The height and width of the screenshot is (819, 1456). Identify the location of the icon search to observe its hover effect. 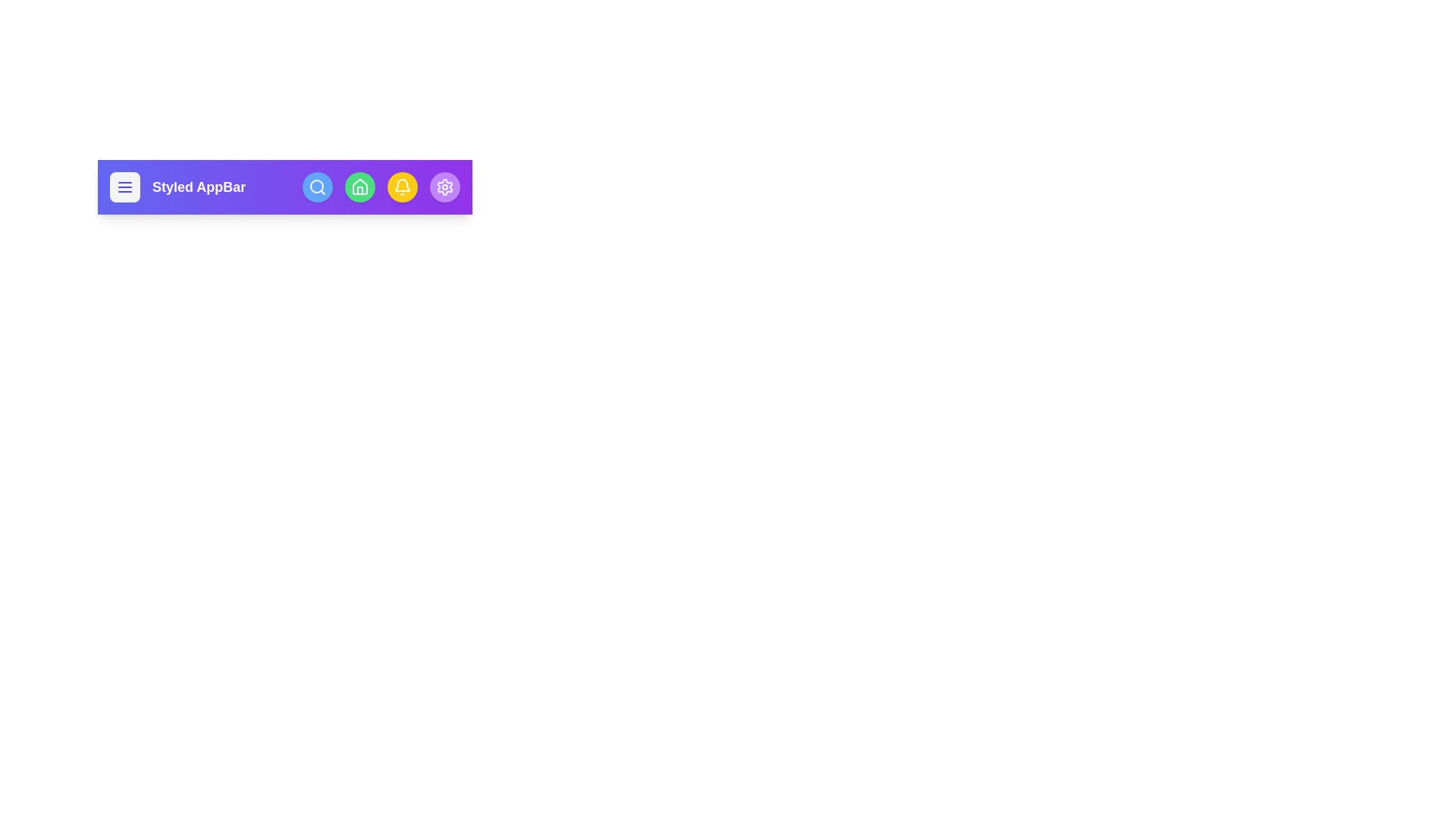
(316, 186).